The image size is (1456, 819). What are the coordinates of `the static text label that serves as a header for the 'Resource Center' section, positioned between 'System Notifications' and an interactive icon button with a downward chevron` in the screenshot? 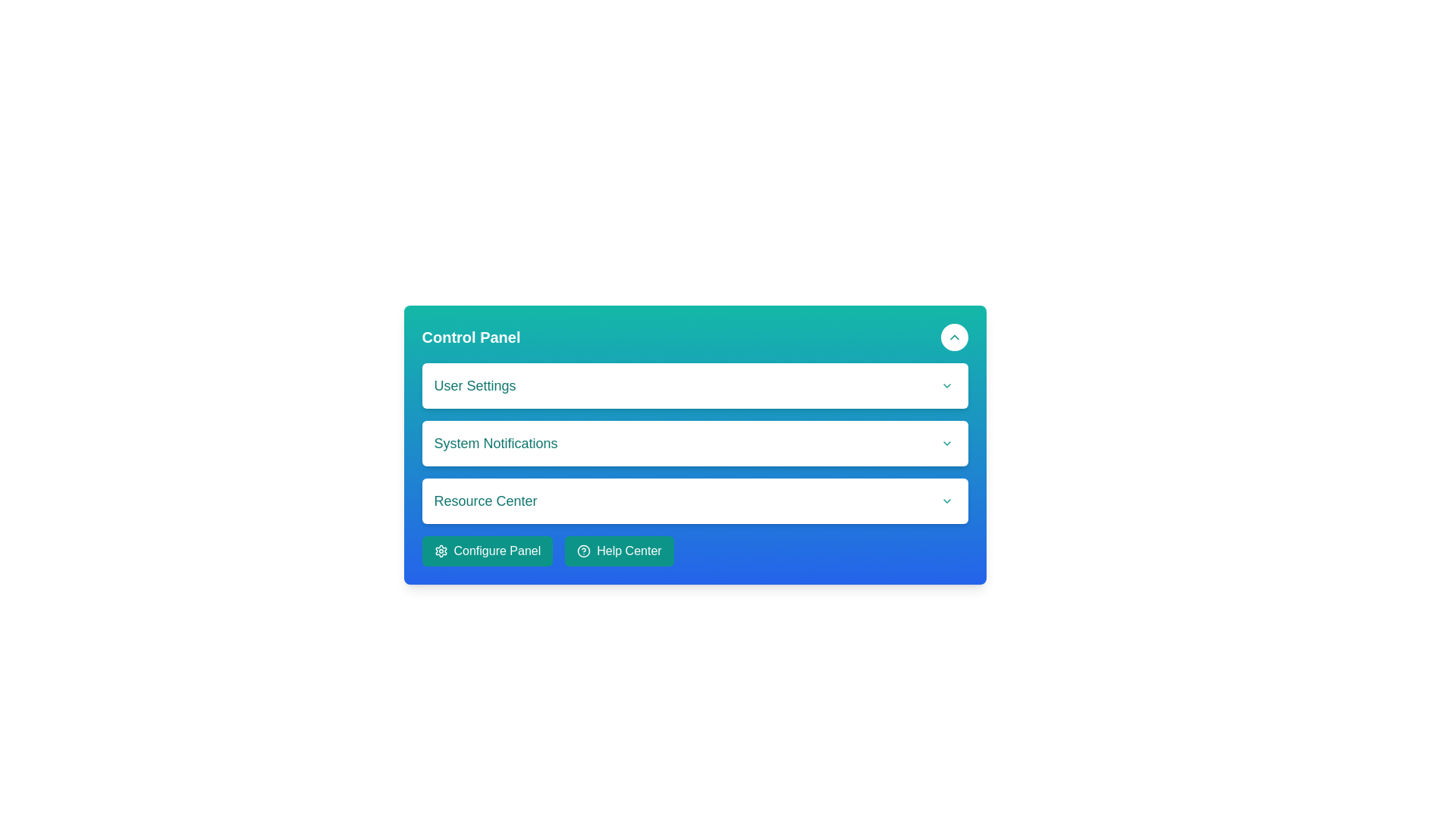 It's located at (485, 500).